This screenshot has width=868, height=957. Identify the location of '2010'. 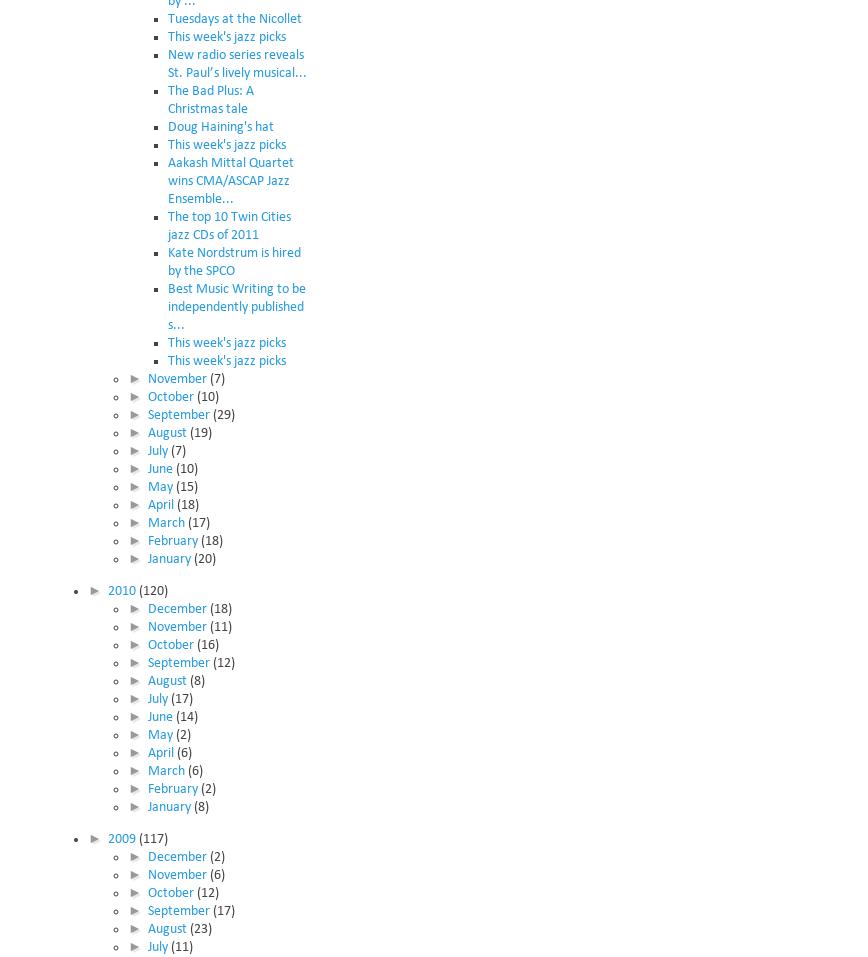
(122, 589).